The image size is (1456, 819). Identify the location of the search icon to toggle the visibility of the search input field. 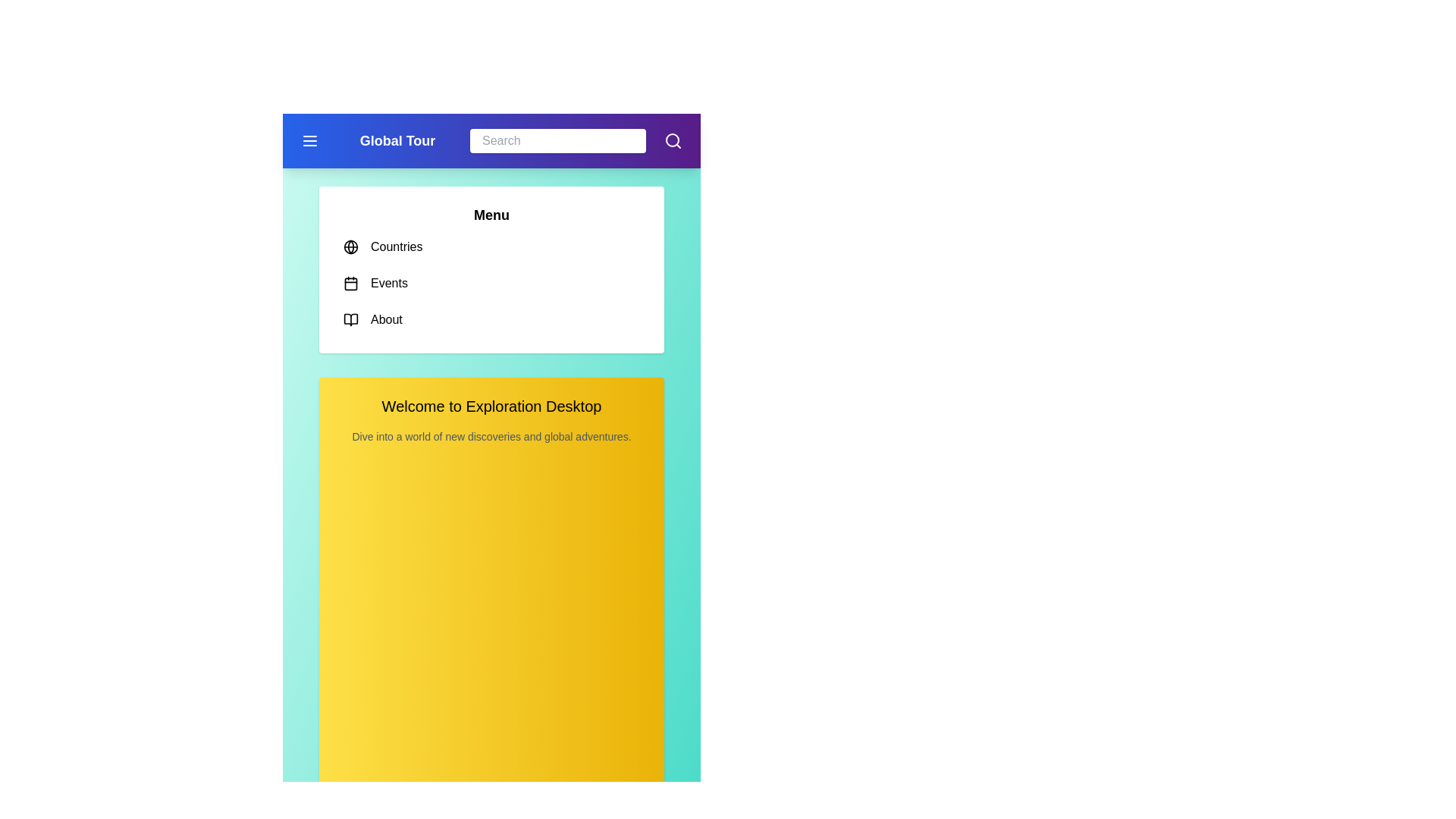
(673, 140).